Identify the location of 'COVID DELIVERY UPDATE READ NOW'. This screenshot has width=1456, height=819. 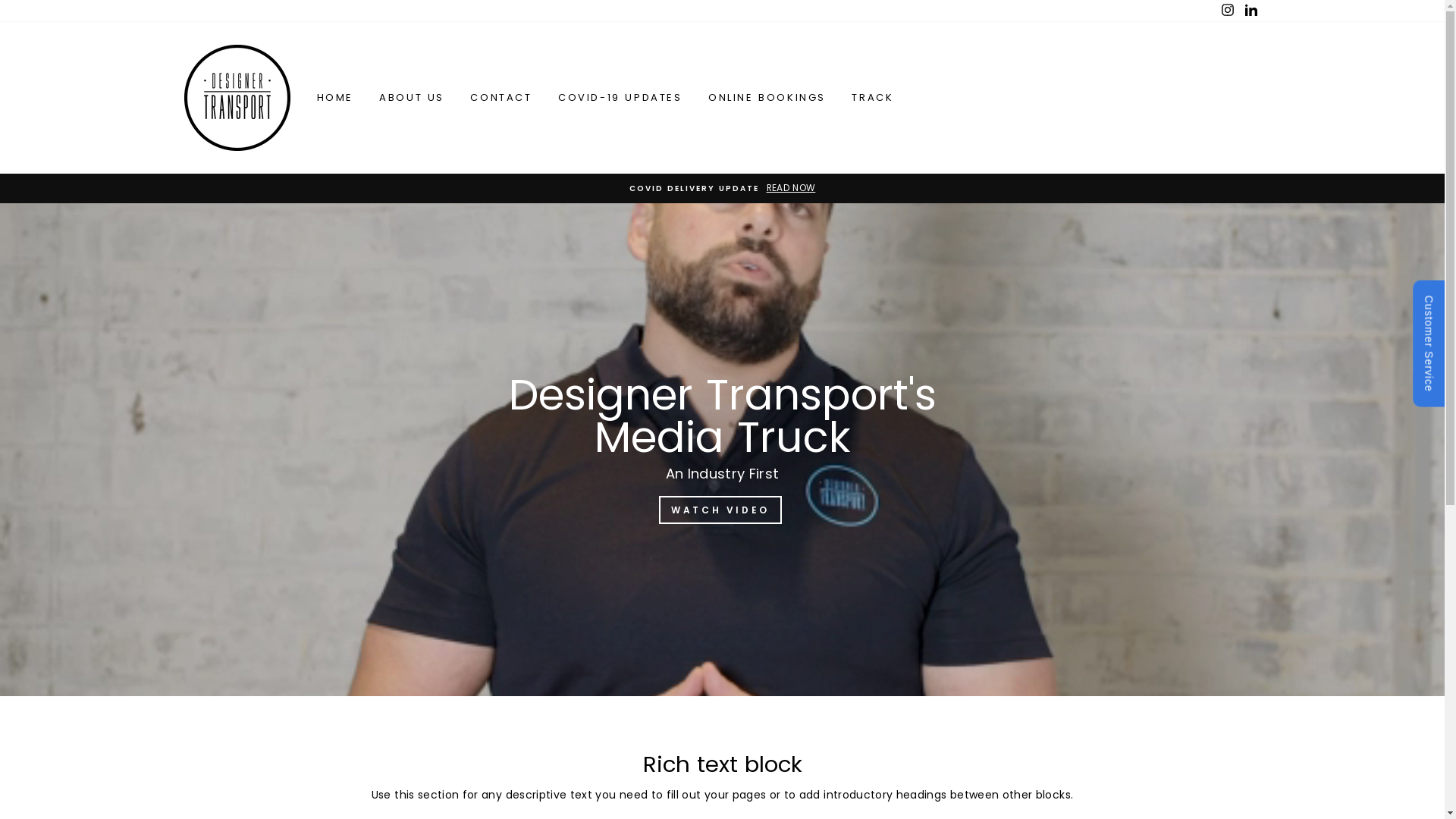
(722, 187).